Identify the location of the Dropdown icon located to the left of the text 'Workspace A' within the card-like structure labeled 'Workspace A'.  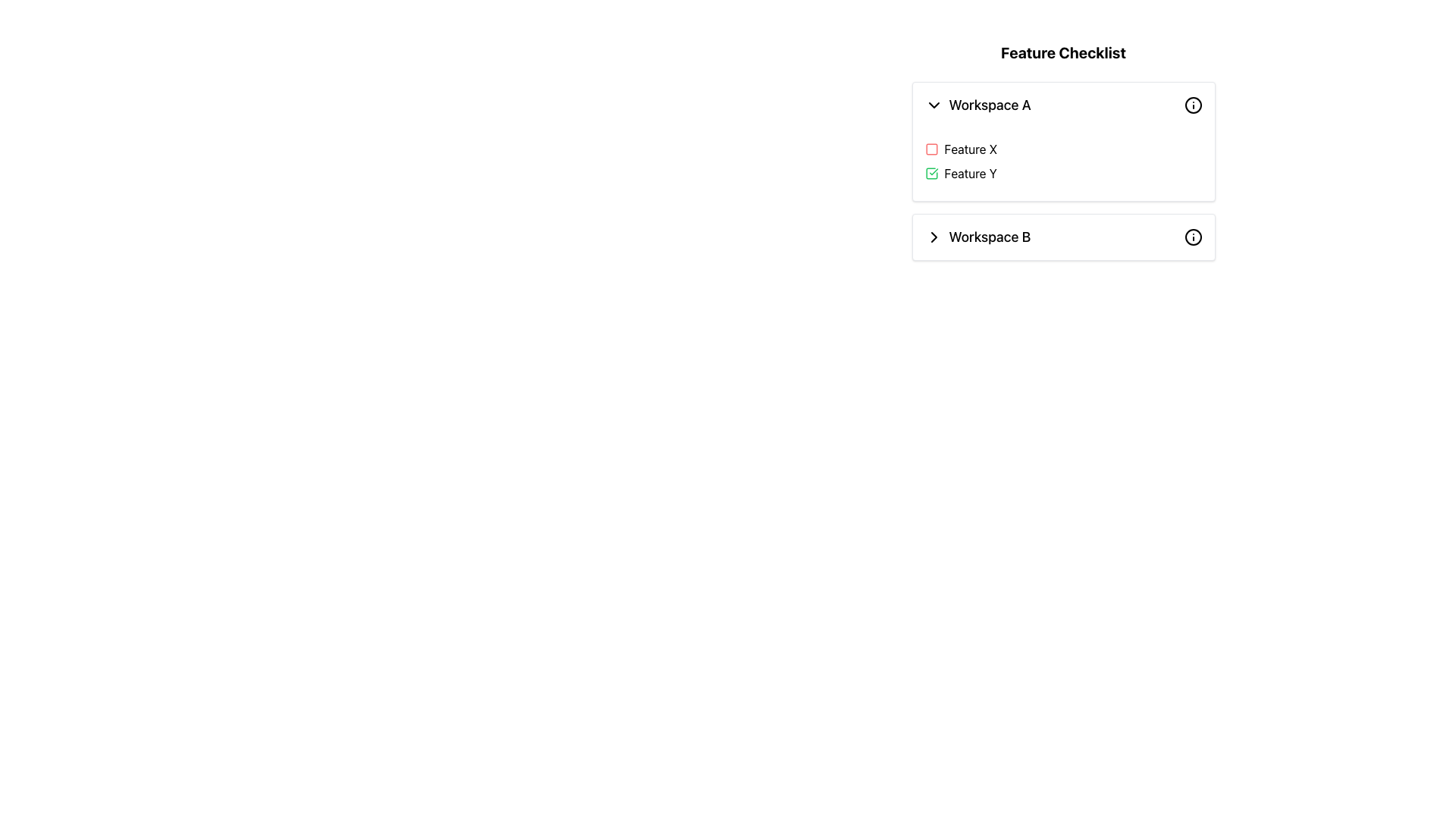
(933, 104).